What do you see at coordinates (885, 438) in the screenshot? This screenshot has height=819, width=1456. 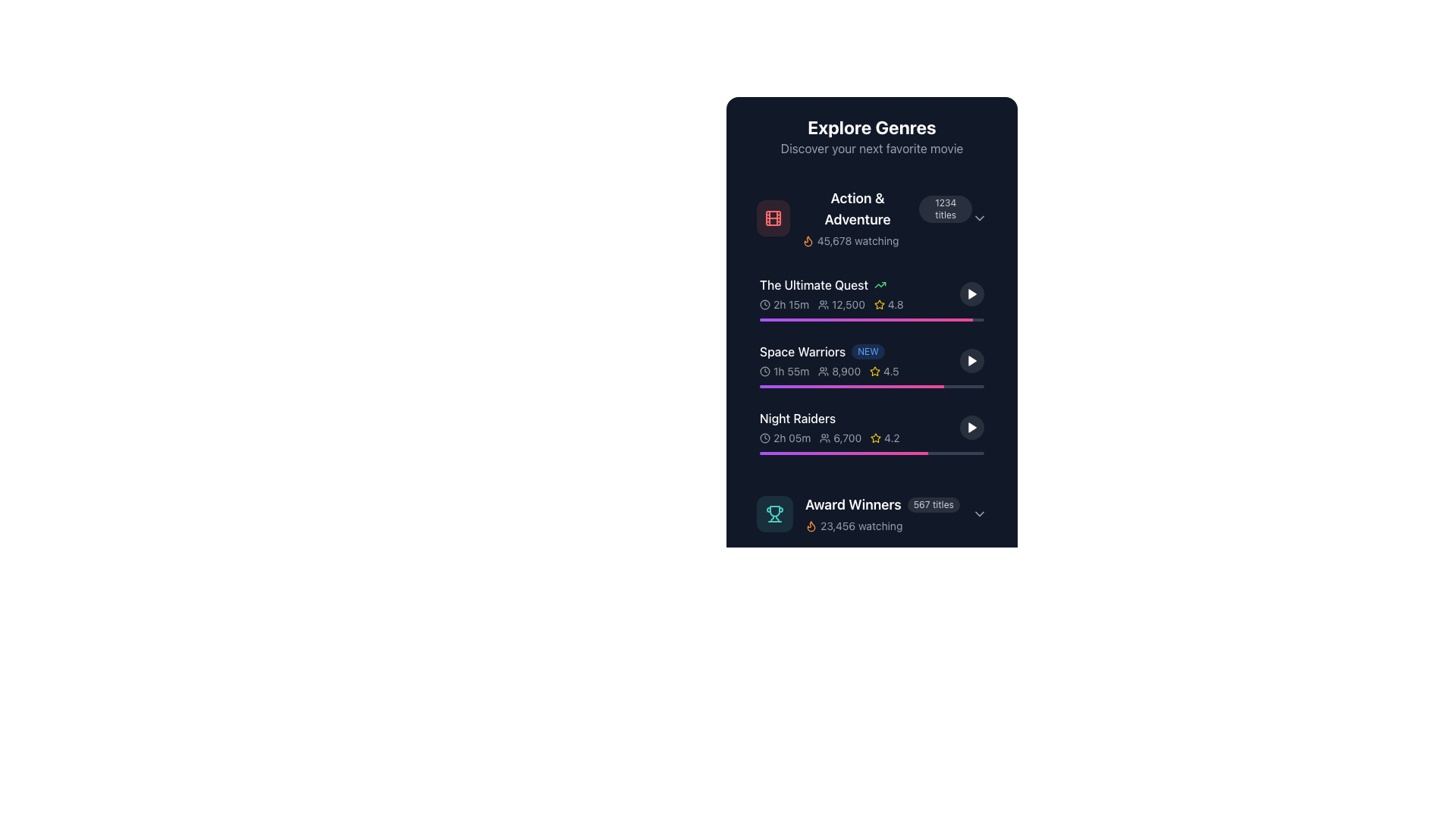 I see `the Rating display for 'Night Raiders', which features a yellow star icon and the gray text '4.2', located near the viewer count and duration` at bounding box center [885, 438].